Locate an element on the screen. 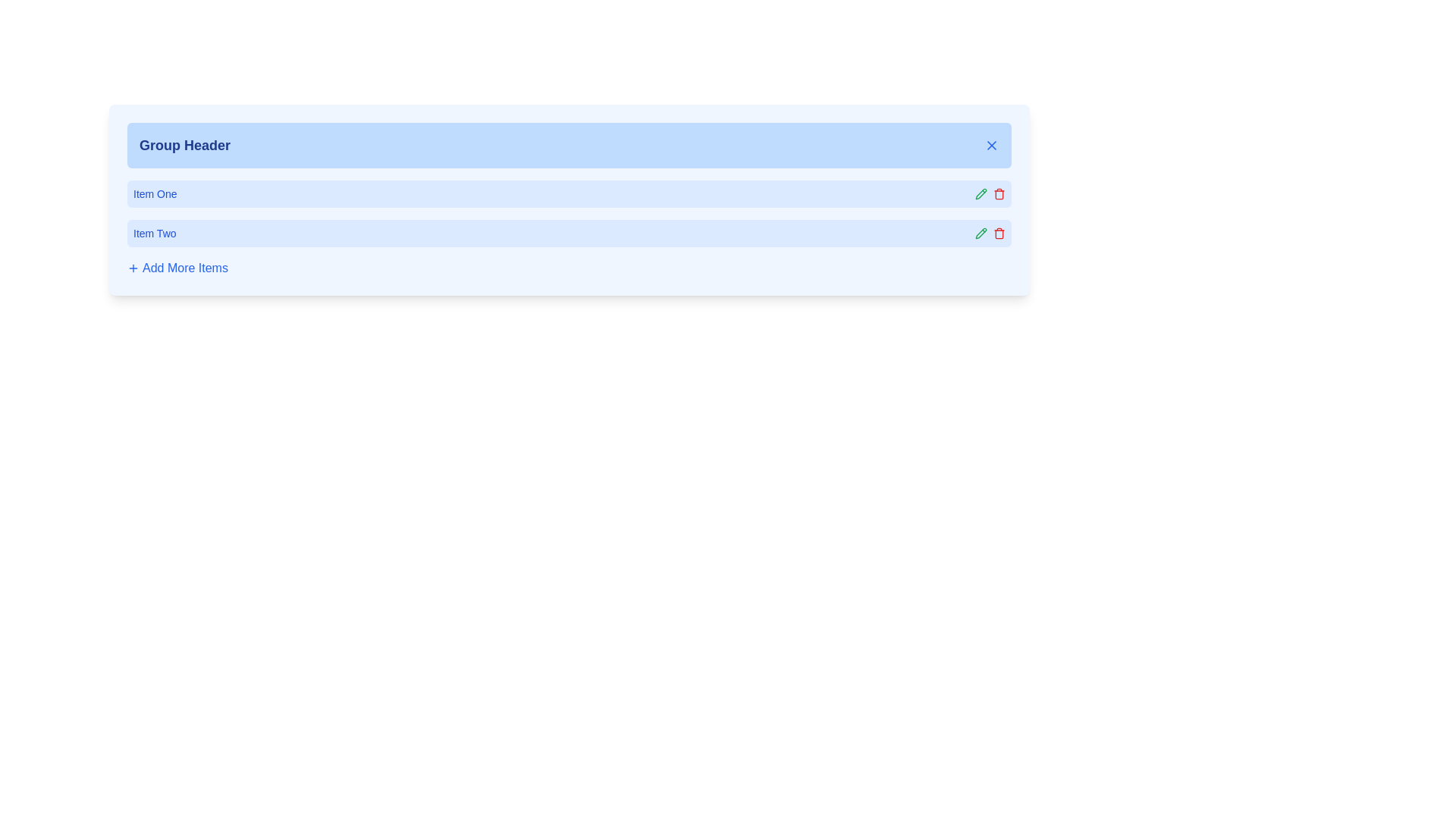 The width and height of the screenshot is (1456, 819). the button located at the bottom of the 'Group Header' section is located at coordinates (177, 268).